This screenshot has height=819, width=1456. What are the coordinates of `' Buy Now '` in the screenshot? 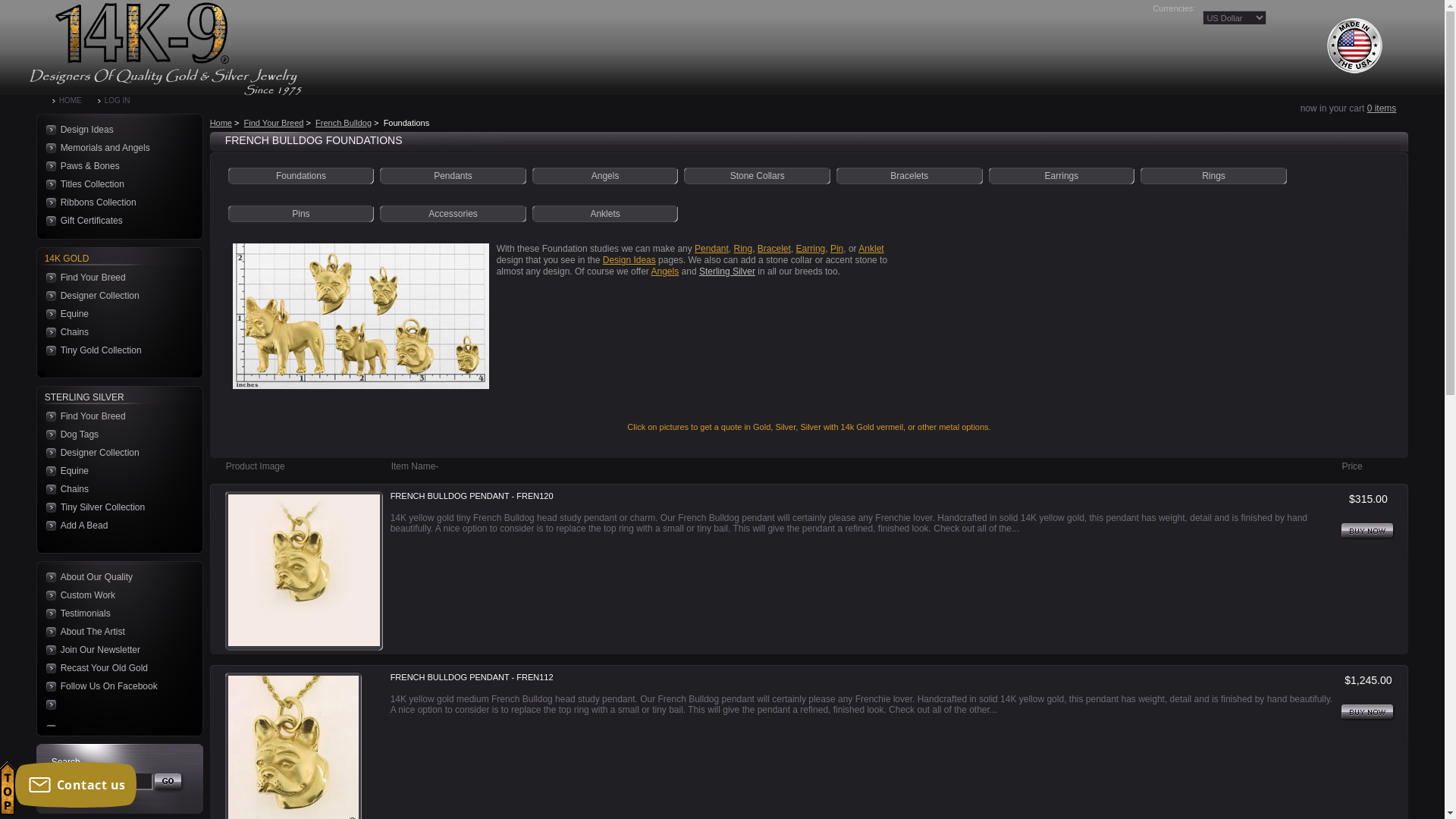 It's located at (1368, 531).